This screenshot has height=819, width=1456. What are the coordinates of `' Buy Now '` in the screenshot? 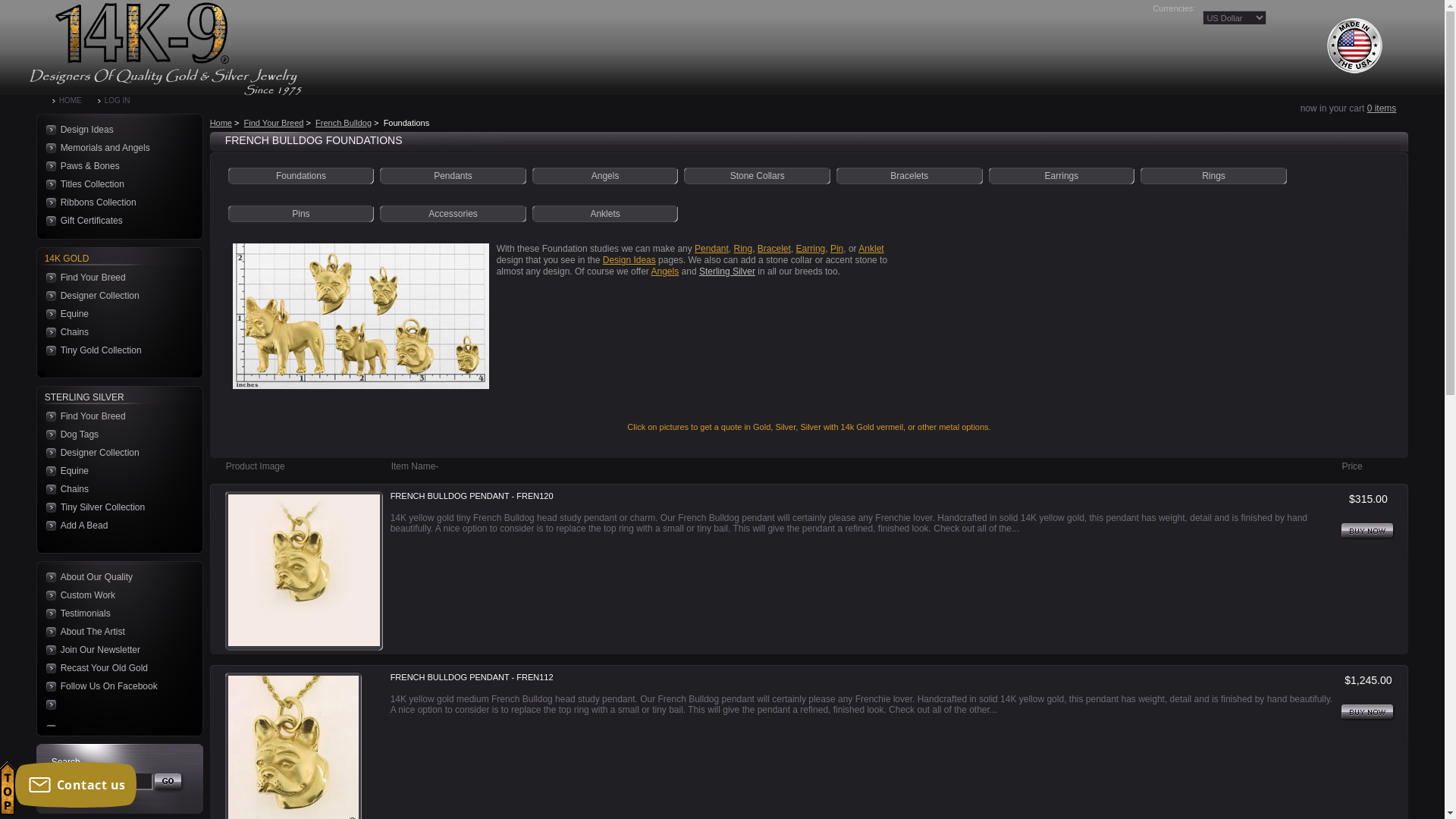 It's located at (1368, 531).